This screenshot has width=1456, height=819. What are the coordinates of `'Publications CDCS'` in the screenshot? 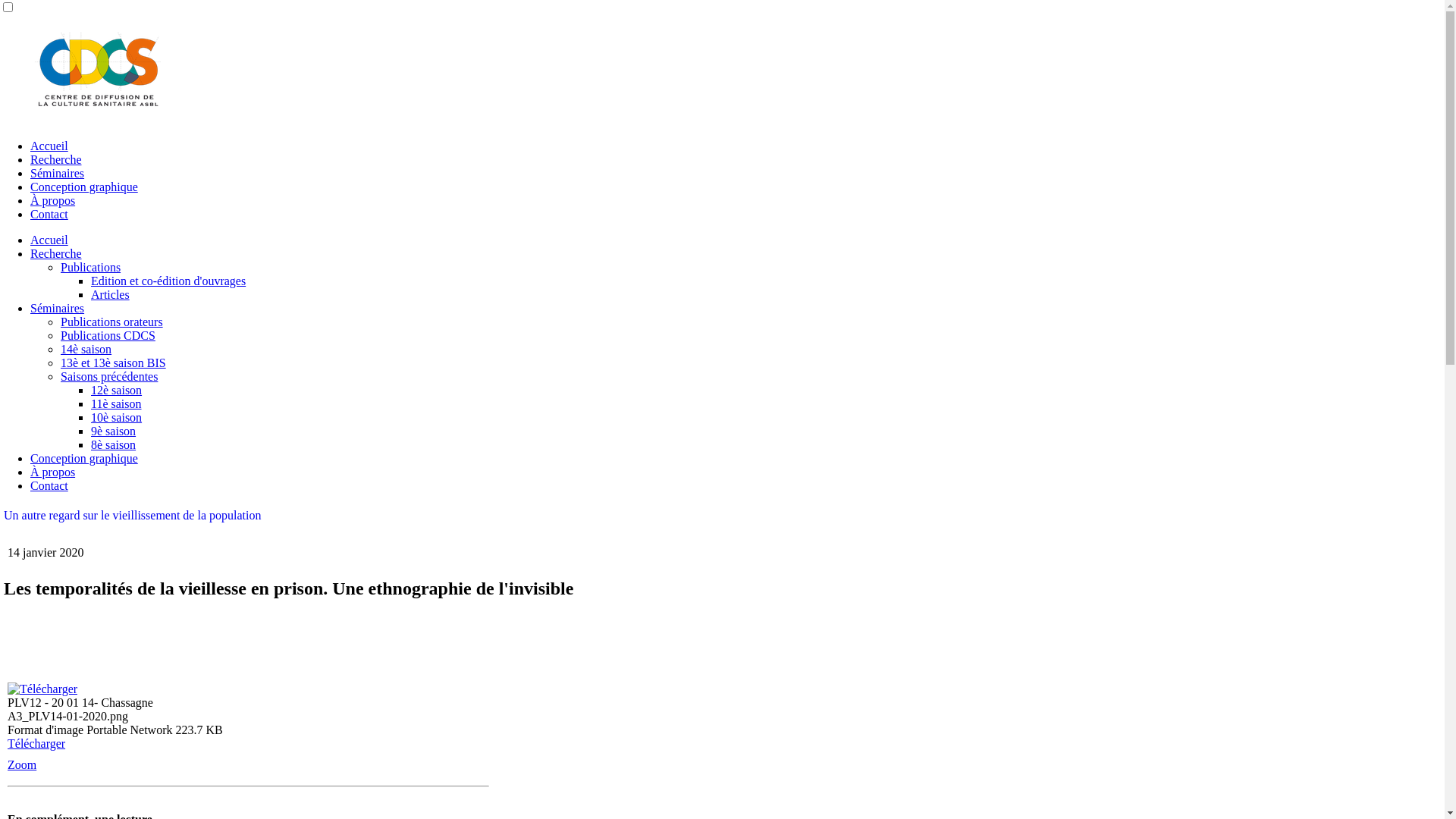 It's located at (107, 334).